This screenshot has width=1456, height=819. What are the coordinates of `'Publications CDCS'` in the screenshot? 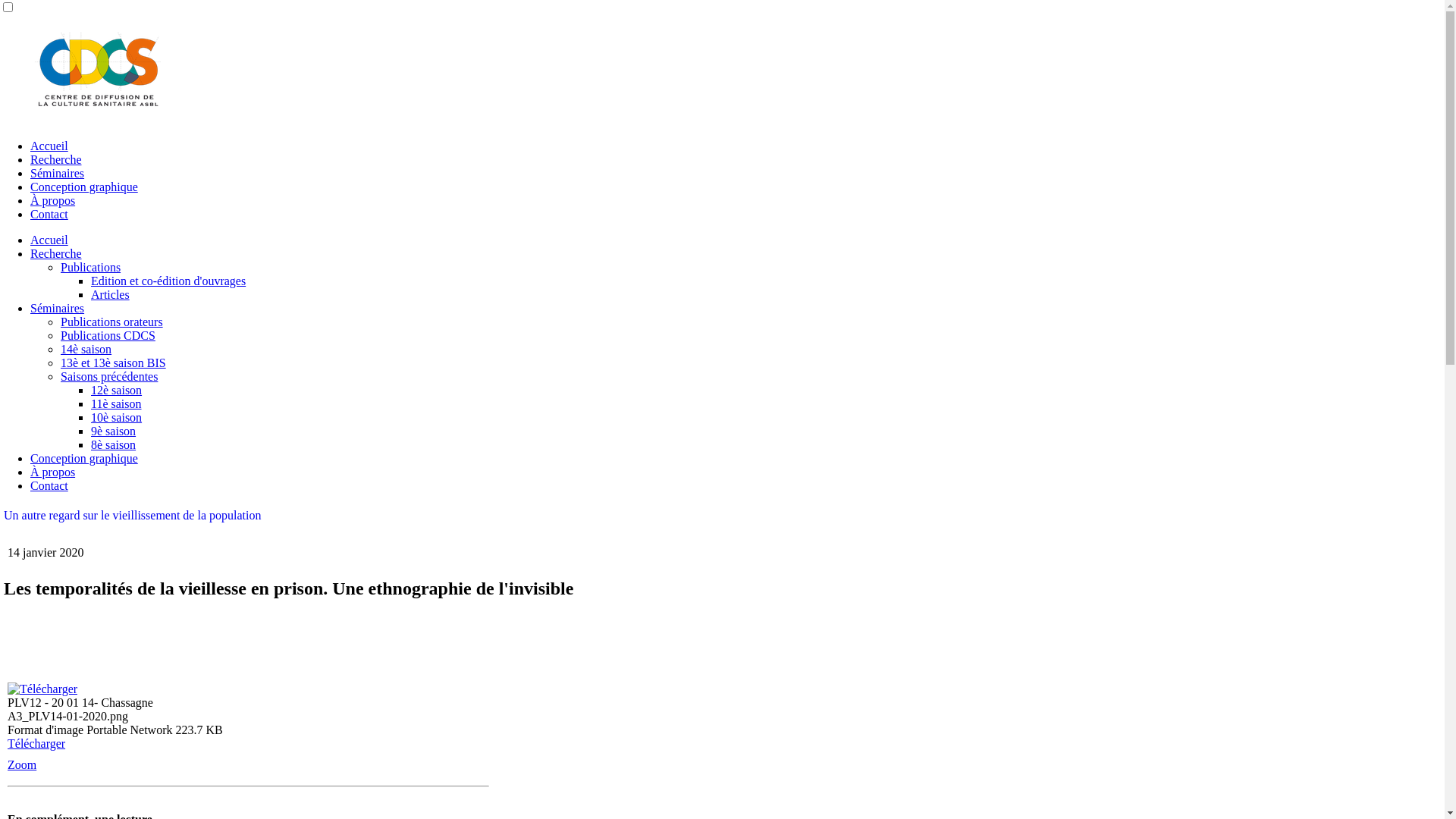 It's located at (107, 334).